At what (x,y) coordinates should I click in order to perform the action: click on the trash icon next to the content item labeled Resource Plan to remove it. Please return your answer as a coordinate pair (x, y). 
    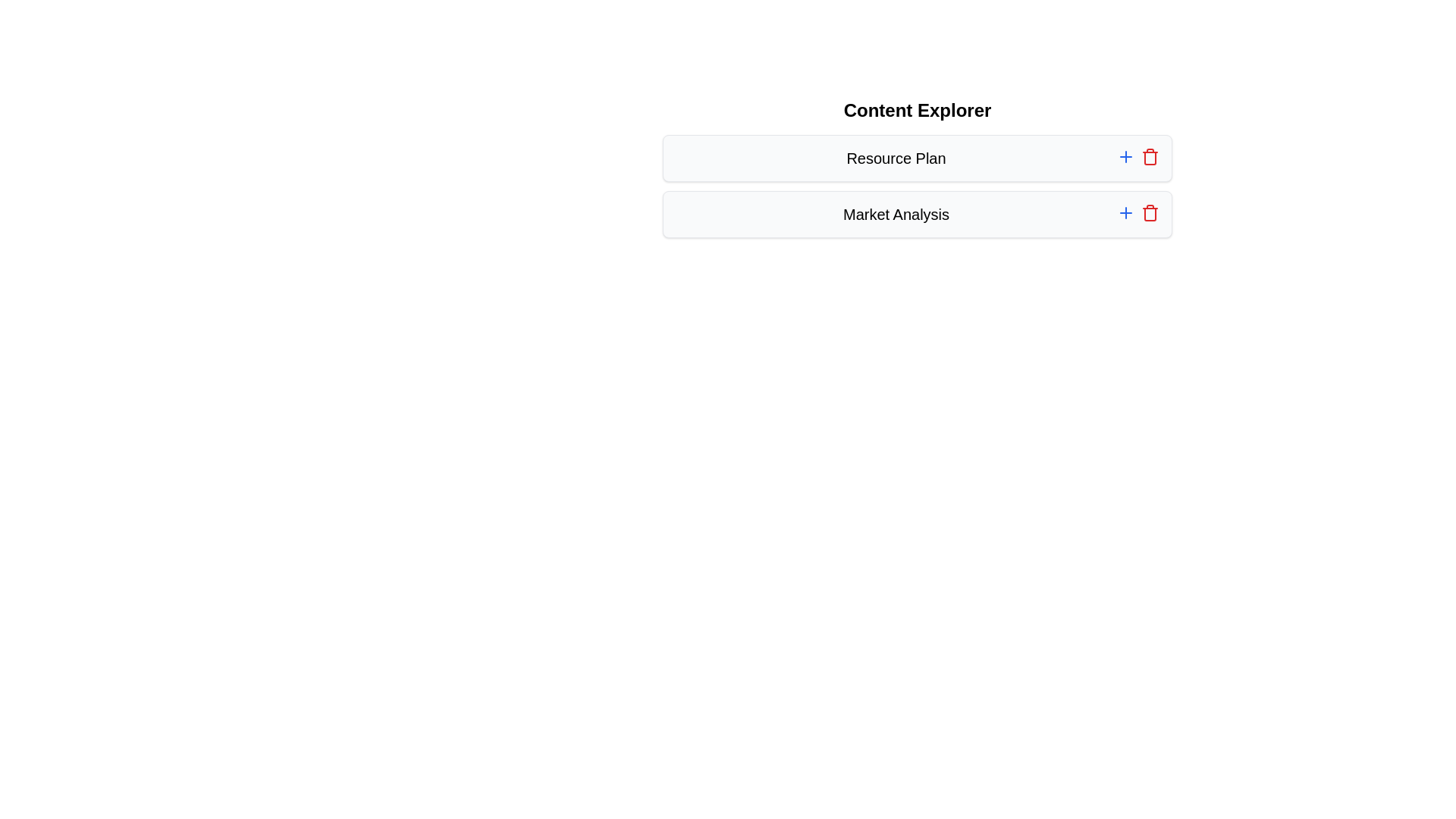
    Looking at the image, I should click on (1150, 157).